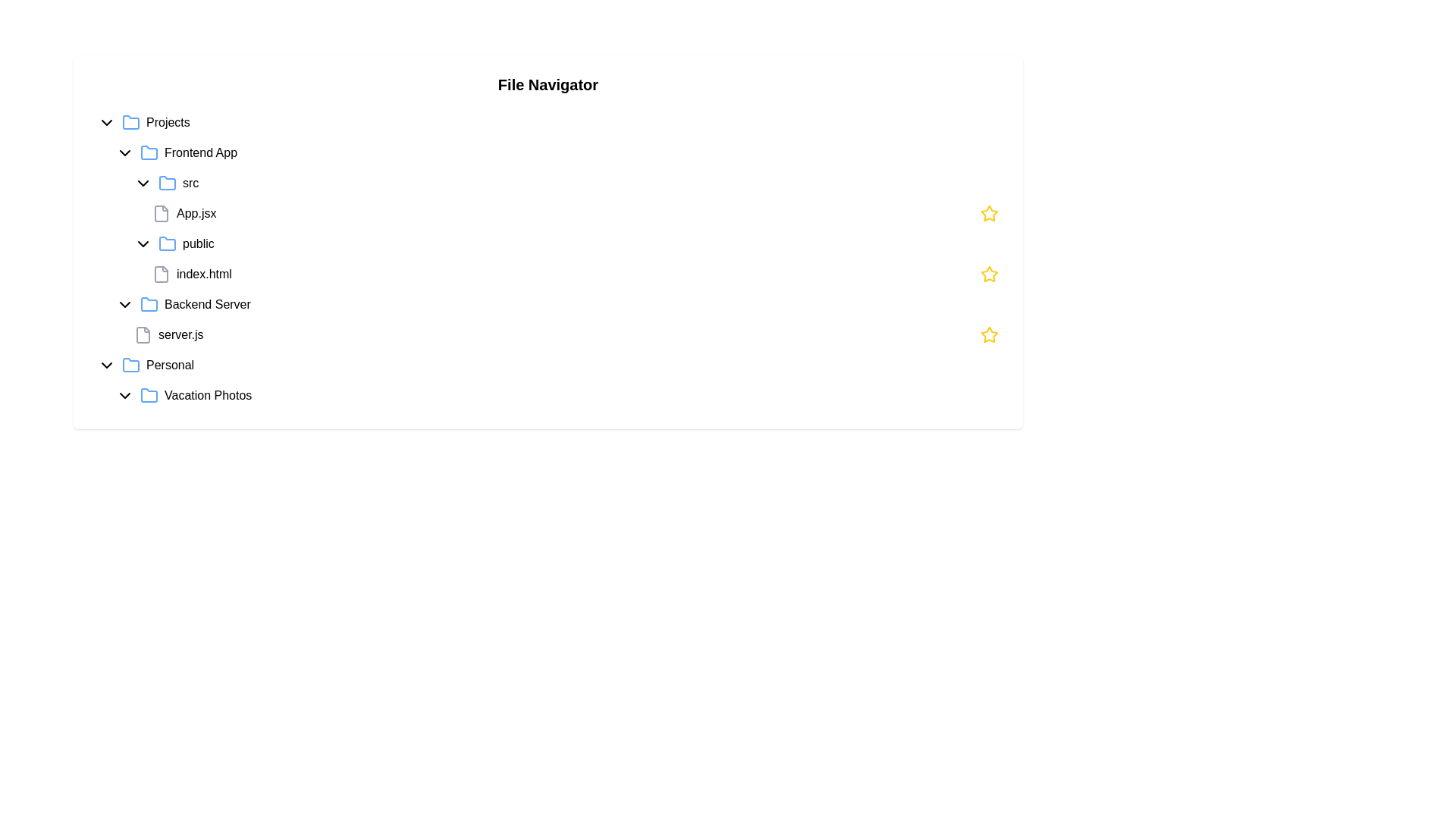  Describe the element at coordinates (161, 275) in the screenshot. I see `the File icon, which is a small gray document-like icon located to the left of 'index.html'` at that location.